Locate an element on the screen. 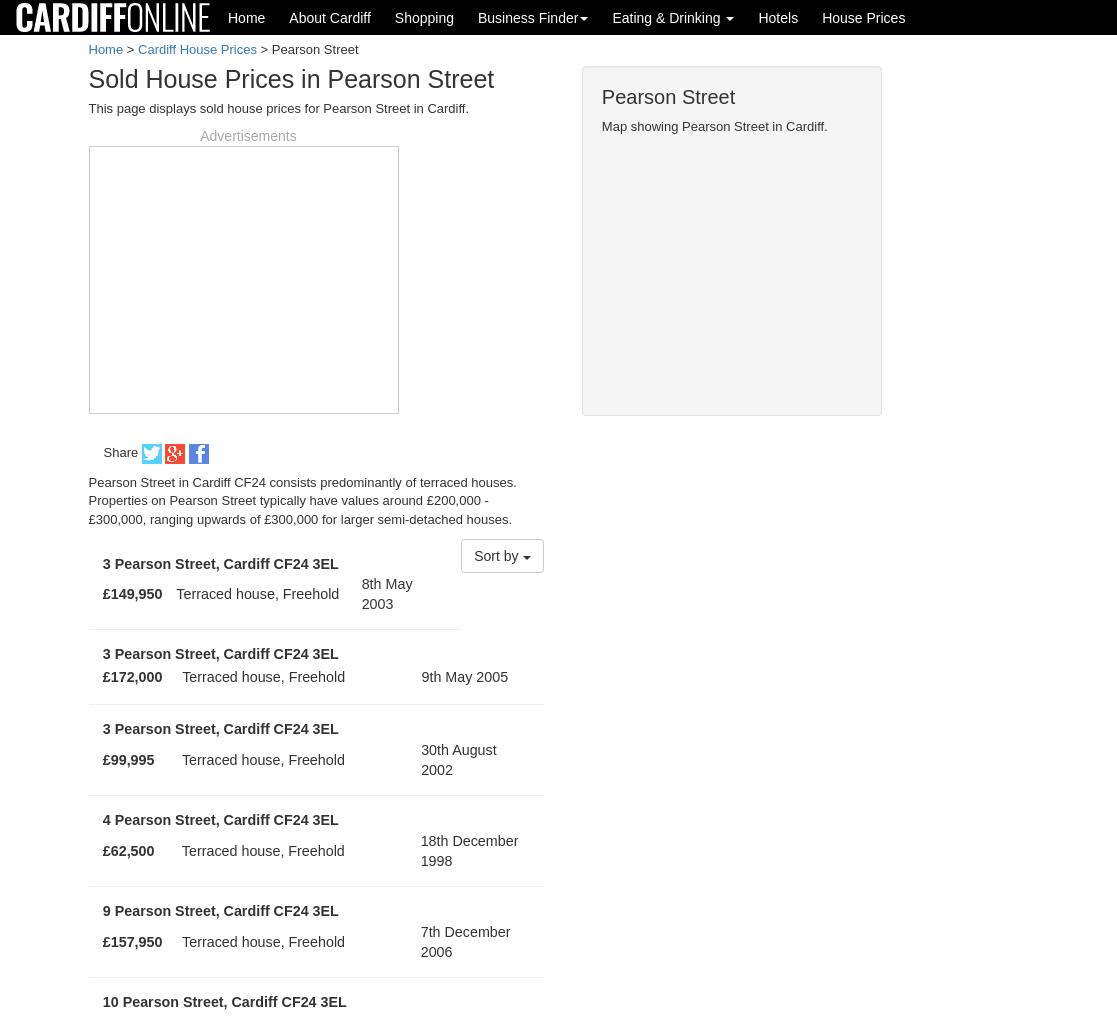 The height and width of the screenshot is (1016, 1117). 'Pearson Street in Cardiff CF24 consists predominantly of terraced houses. Properties on Pearson Street typically have values around £200,000 - £300,000, ranging upwards of £300,000 for larger semi-detached houses.' is located at coordinates (301, 499).